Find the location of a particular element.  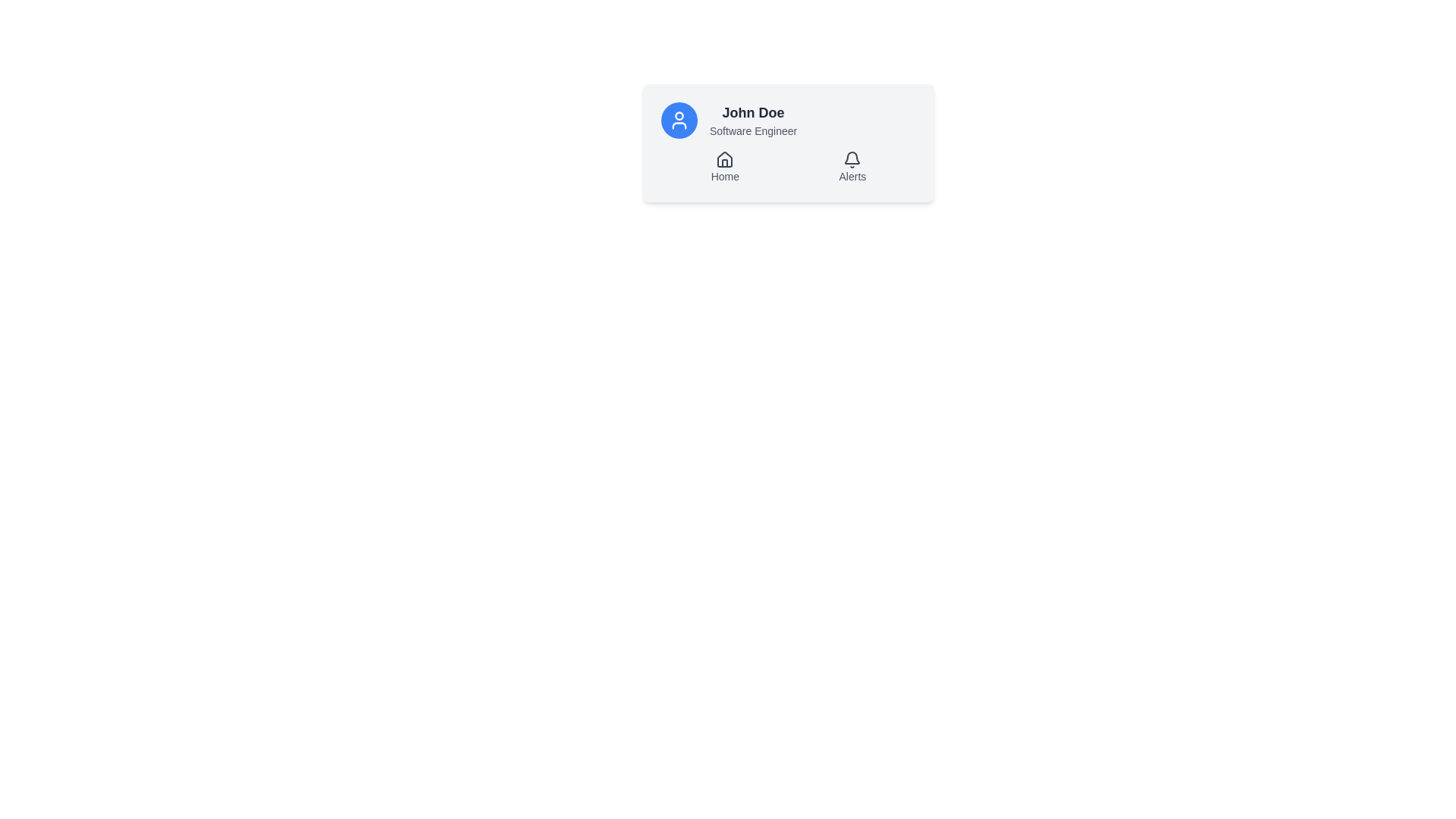

the circular button with a blue background and a white icon of a person is located at coordinates (679, 119).